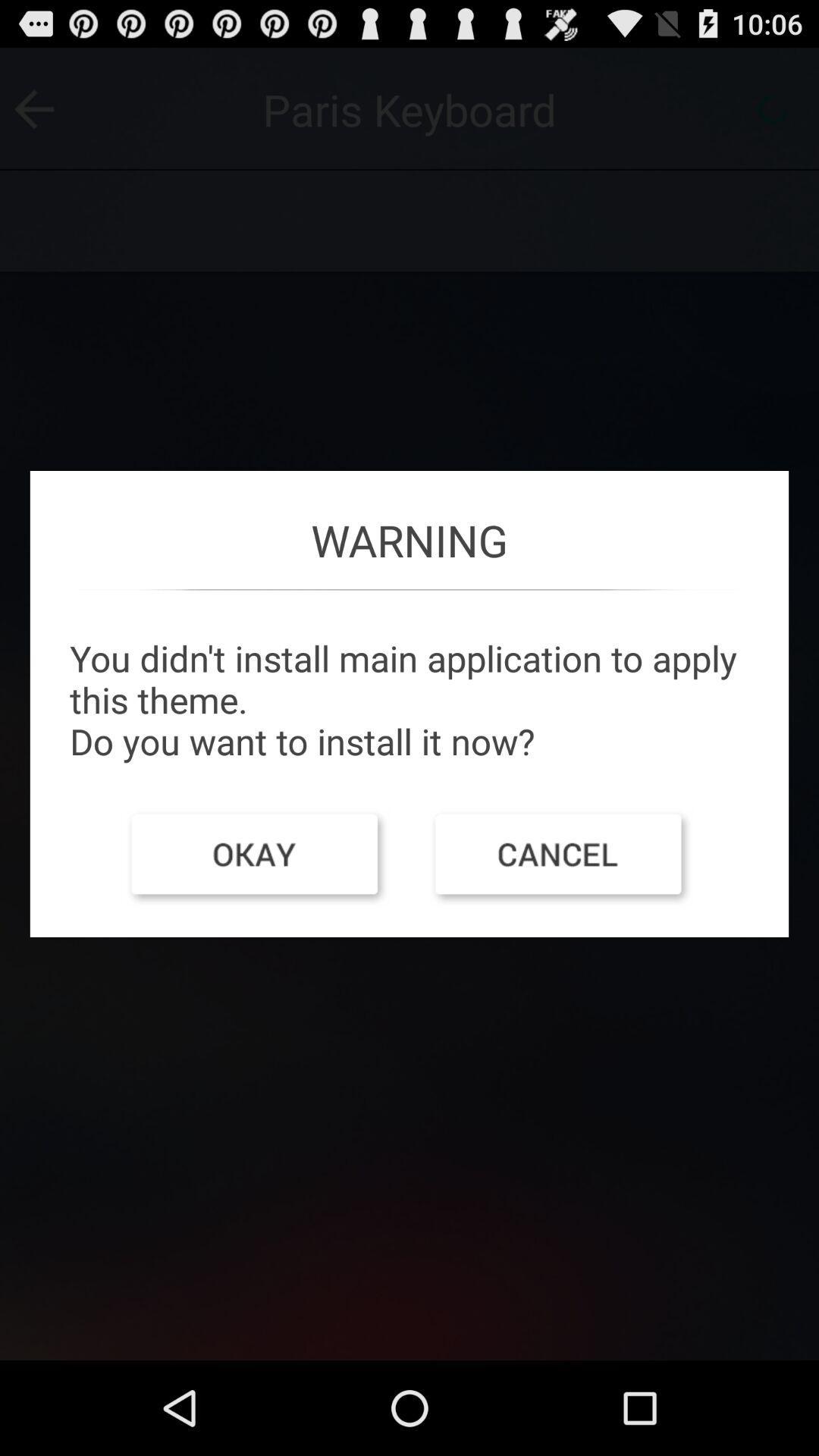  Describe the element at coordinates (256, 858) in the screenshot. I see `item on the left` at that location.